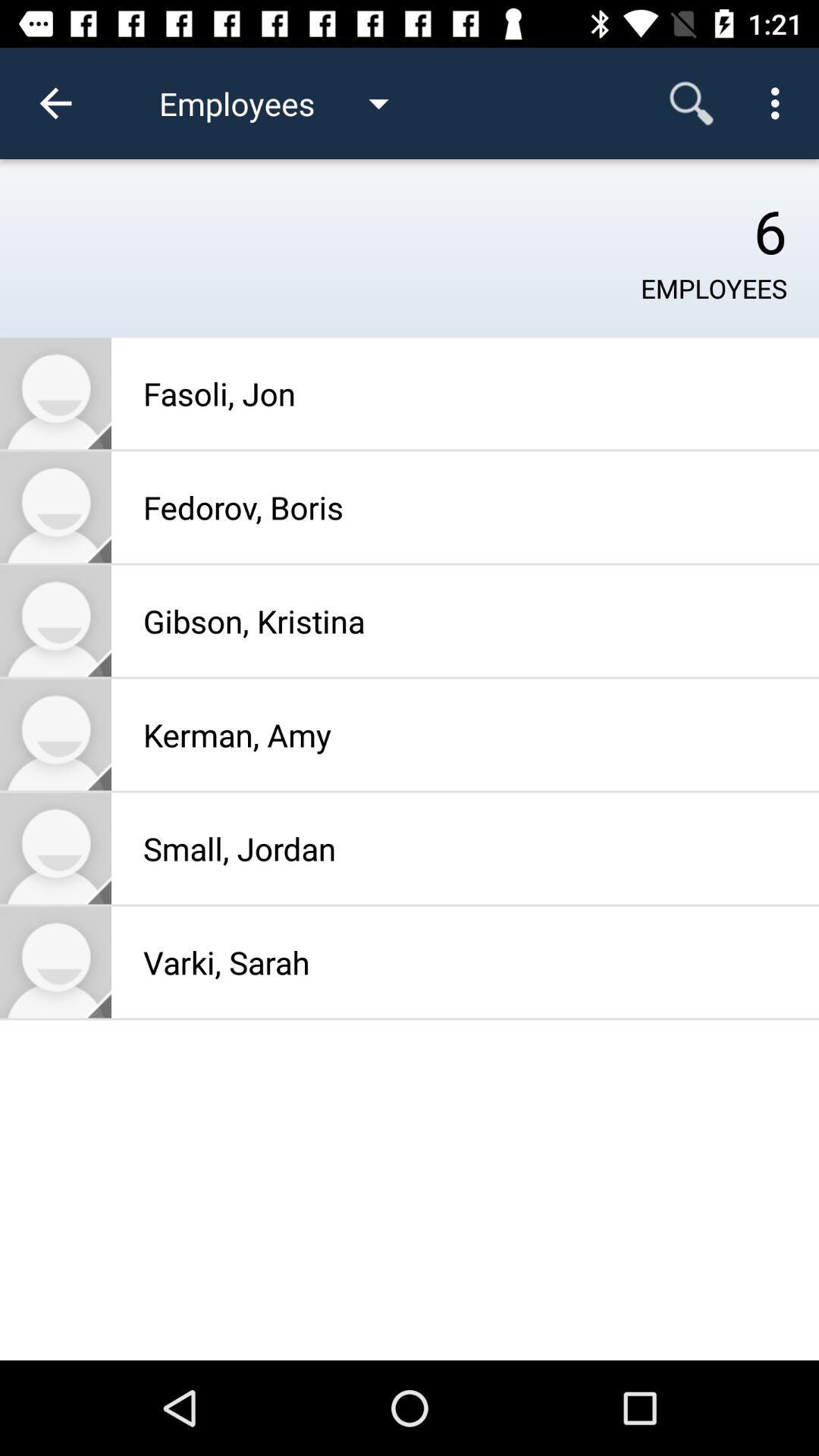 The width and height of the screenshot is (819, 1456). What do you see at coordinates (55, 847) in the screenshot?
I see `contact icon` at bounding box center [55, 847].